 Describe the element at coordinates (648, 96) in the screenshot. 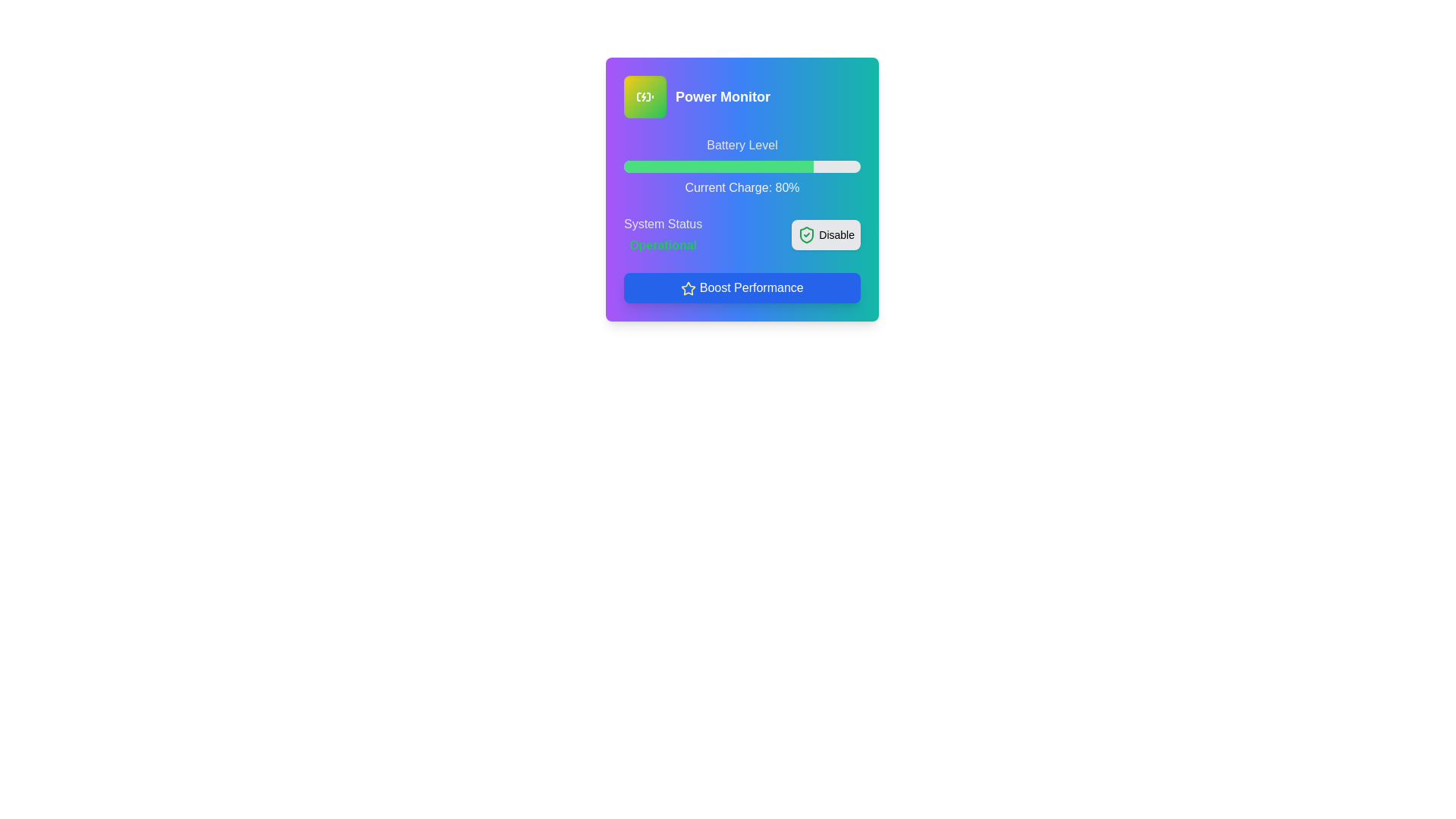

I see `the graphical component representing a section of the battery icon in the 'Power Monitor' interface, located on the right side of the icon's outline` at that location.